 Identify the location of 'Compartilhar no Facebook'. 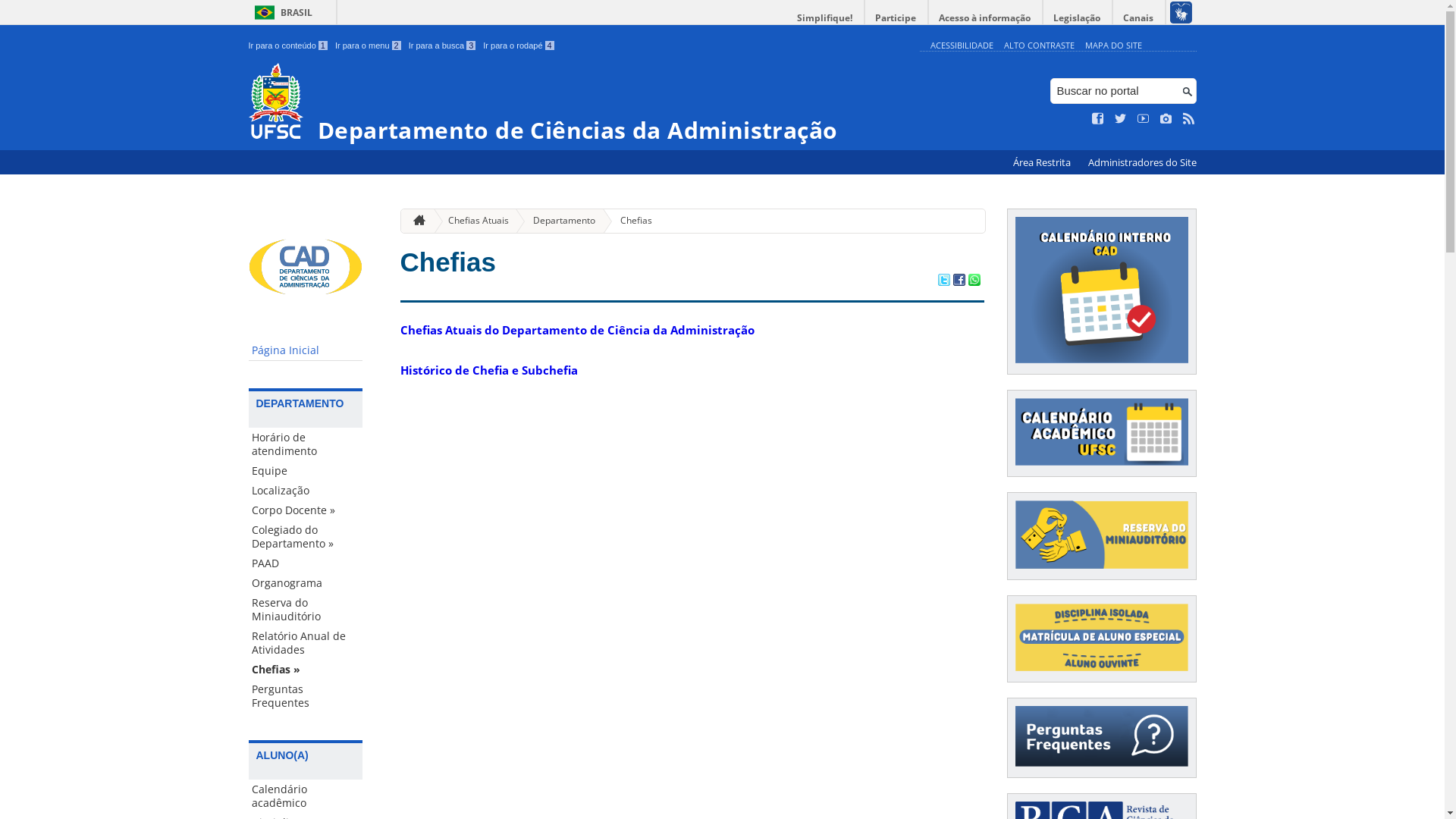
(957, 281).